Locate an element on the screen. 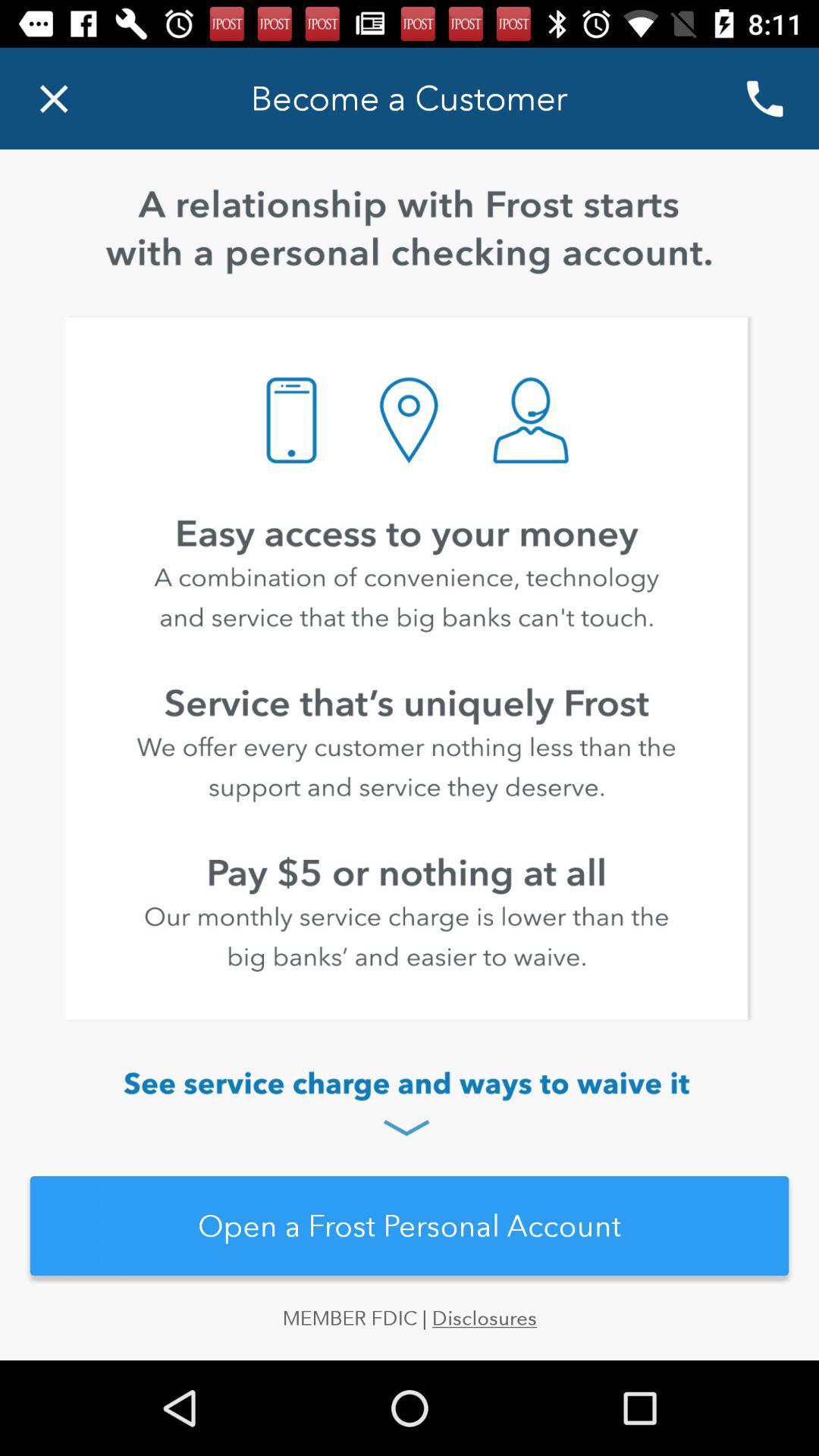 This screenshot has height=1456, width=819. the item above member fdic | disclosures is located at coordinates (409, 1225).